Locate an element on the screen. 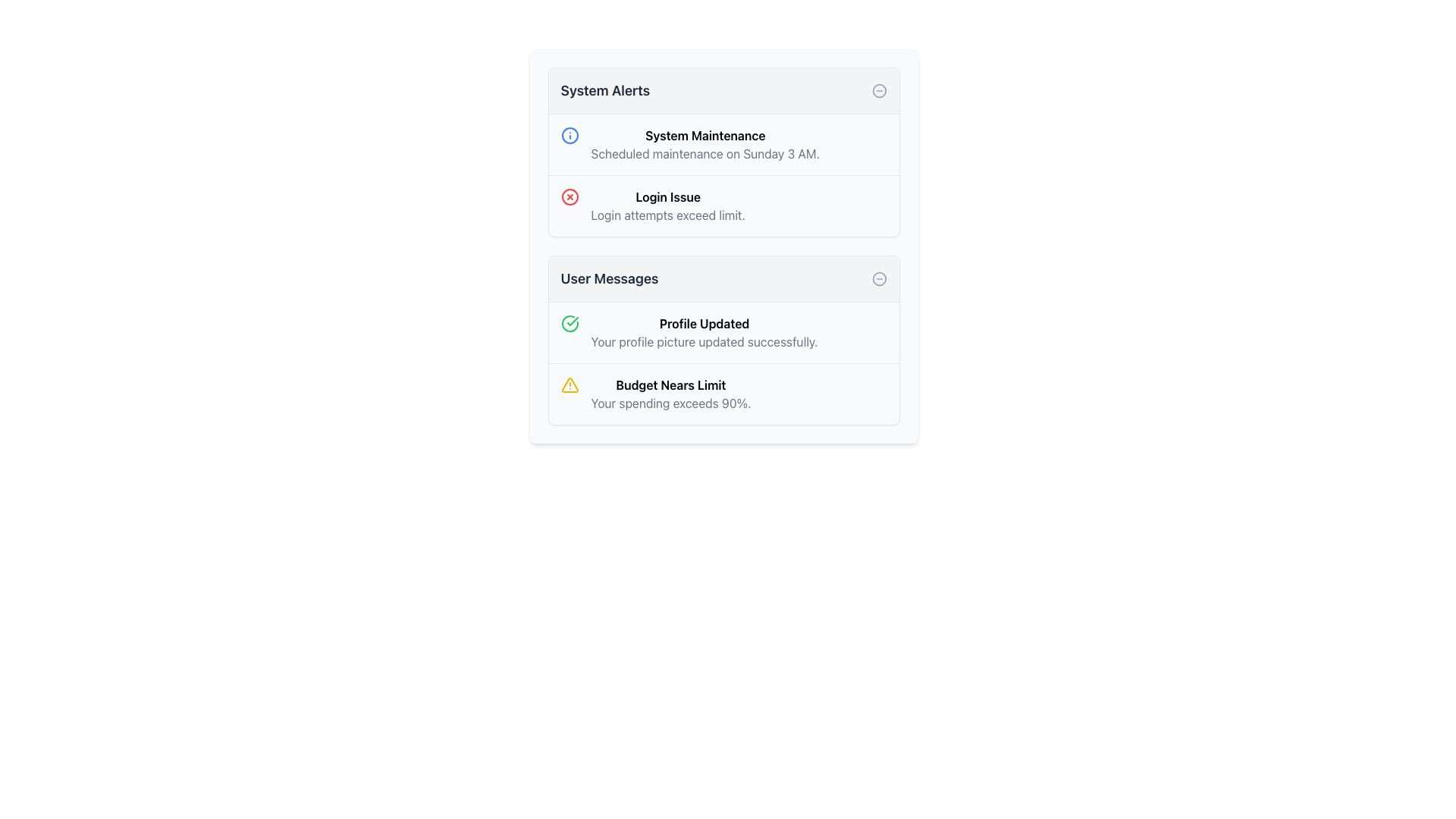 This screenshot has height=819, width=1456. the Notification Panel labeled 'System Alerts', which includes information about 'System Maintenance' and 'Login Issue' is located at coordinates (723, 152).